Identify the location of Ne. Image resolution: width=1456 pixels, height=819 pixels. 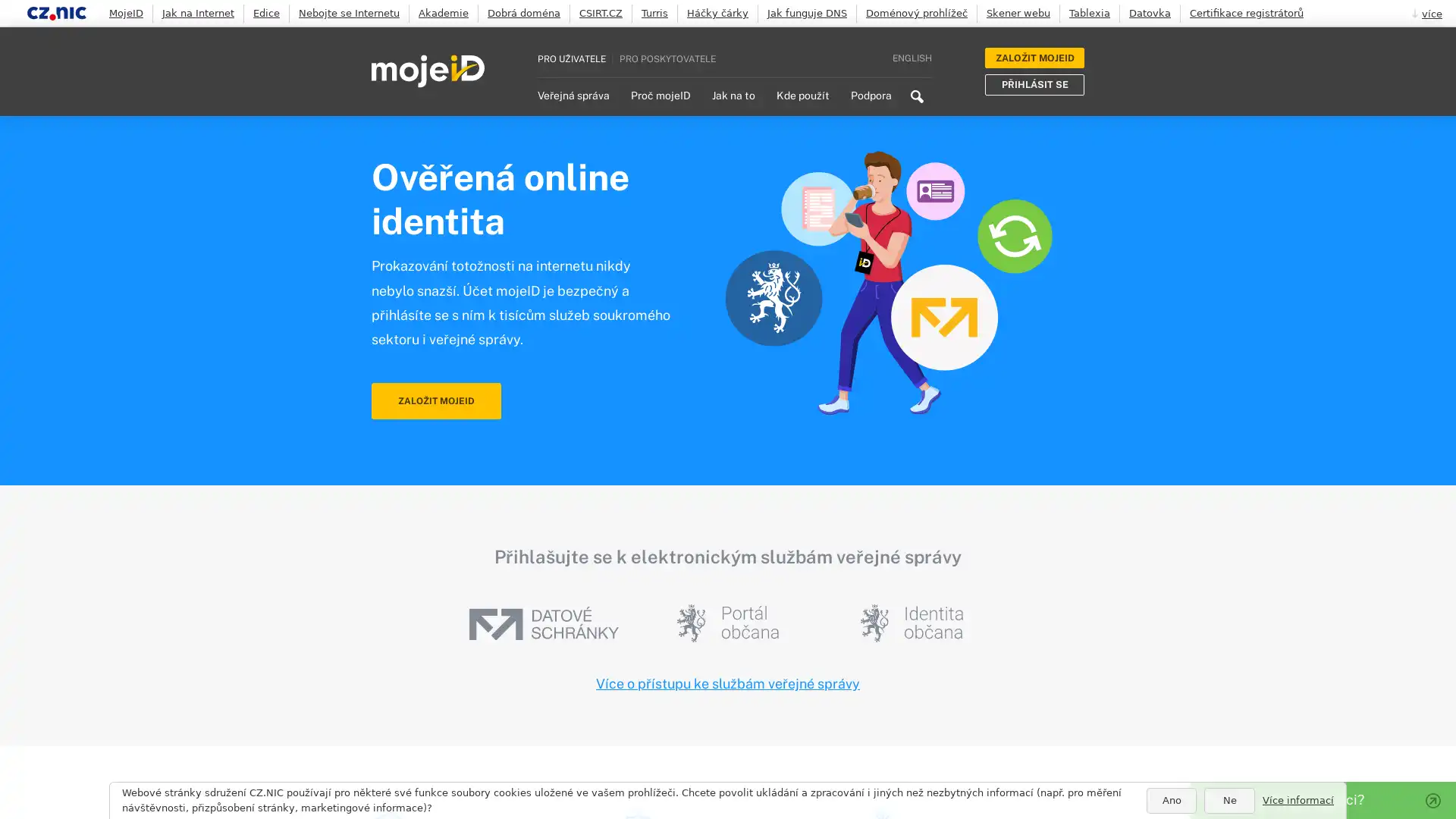
(1229, 800).